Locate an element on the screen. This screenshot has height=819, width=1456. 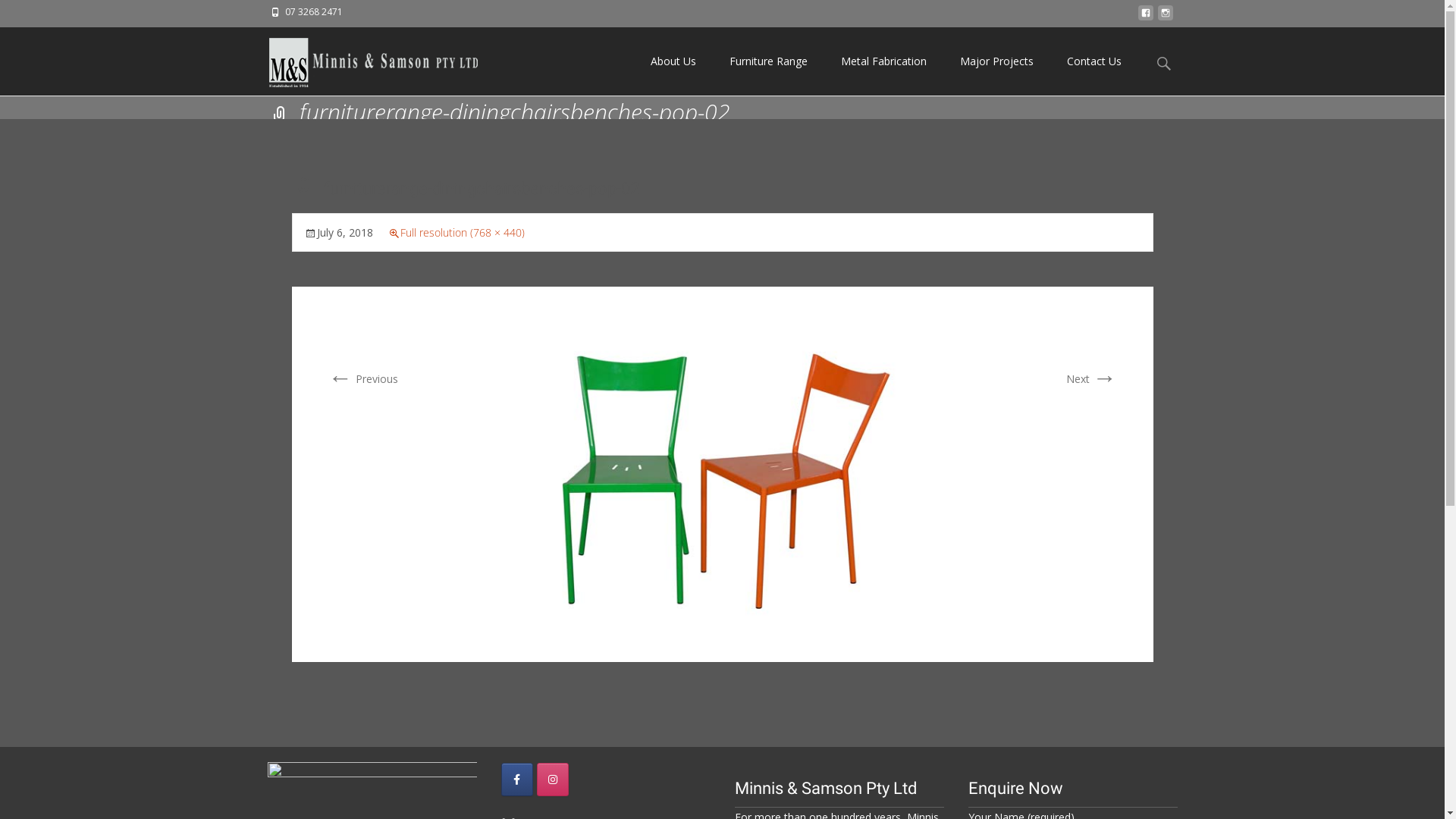
'furniturerange-diningchairsbenches-pop-02' is located at coordinates (447, 472).